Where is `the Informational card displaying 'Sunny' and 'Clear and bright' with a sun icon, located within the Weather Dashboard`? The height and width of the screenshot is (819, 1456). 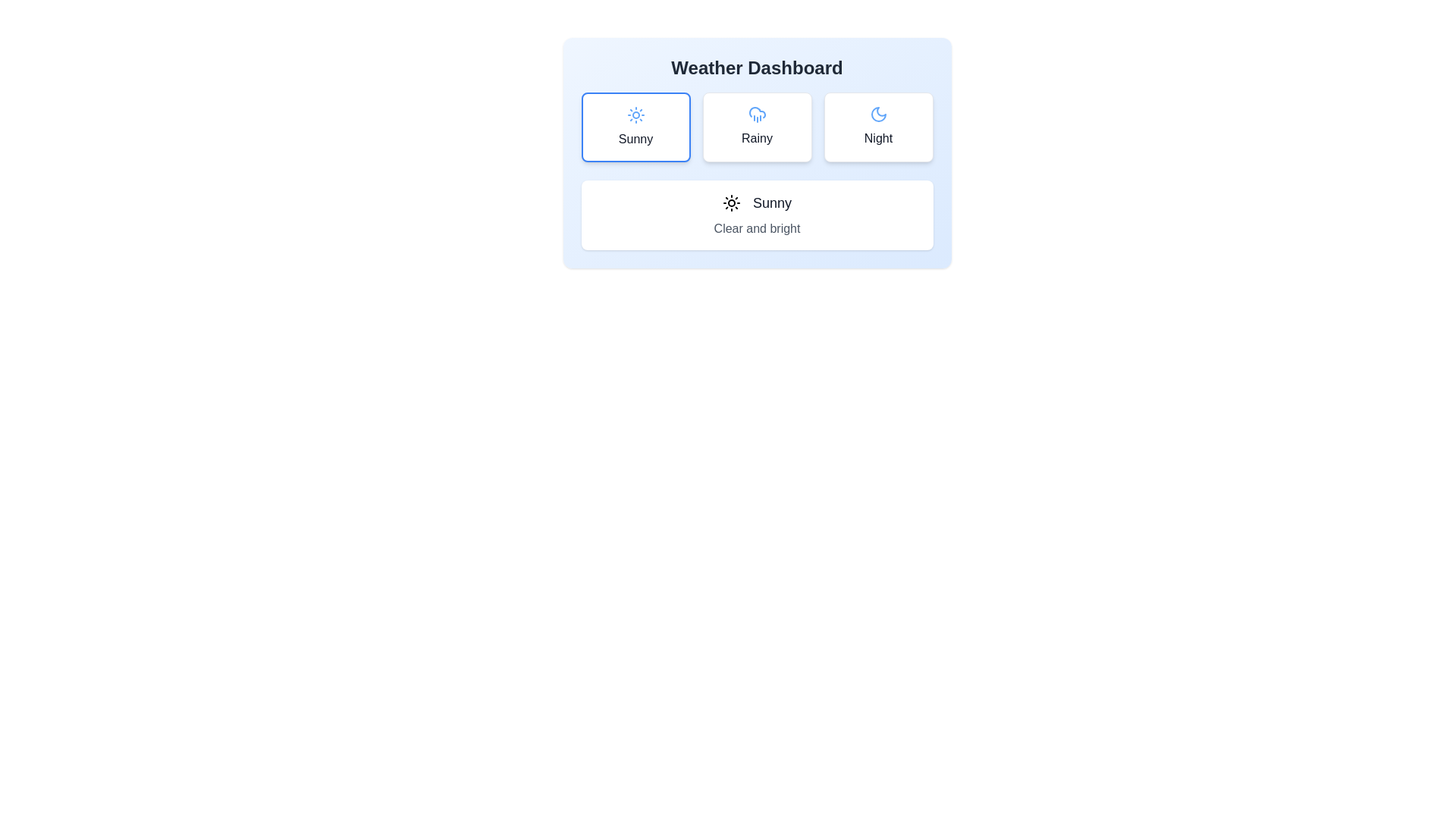
the Informational card displaying 'Sunny' and 'Clear and bright' with a sun icon, located within the Weather Dashboard is located at coordinates (757, 215).